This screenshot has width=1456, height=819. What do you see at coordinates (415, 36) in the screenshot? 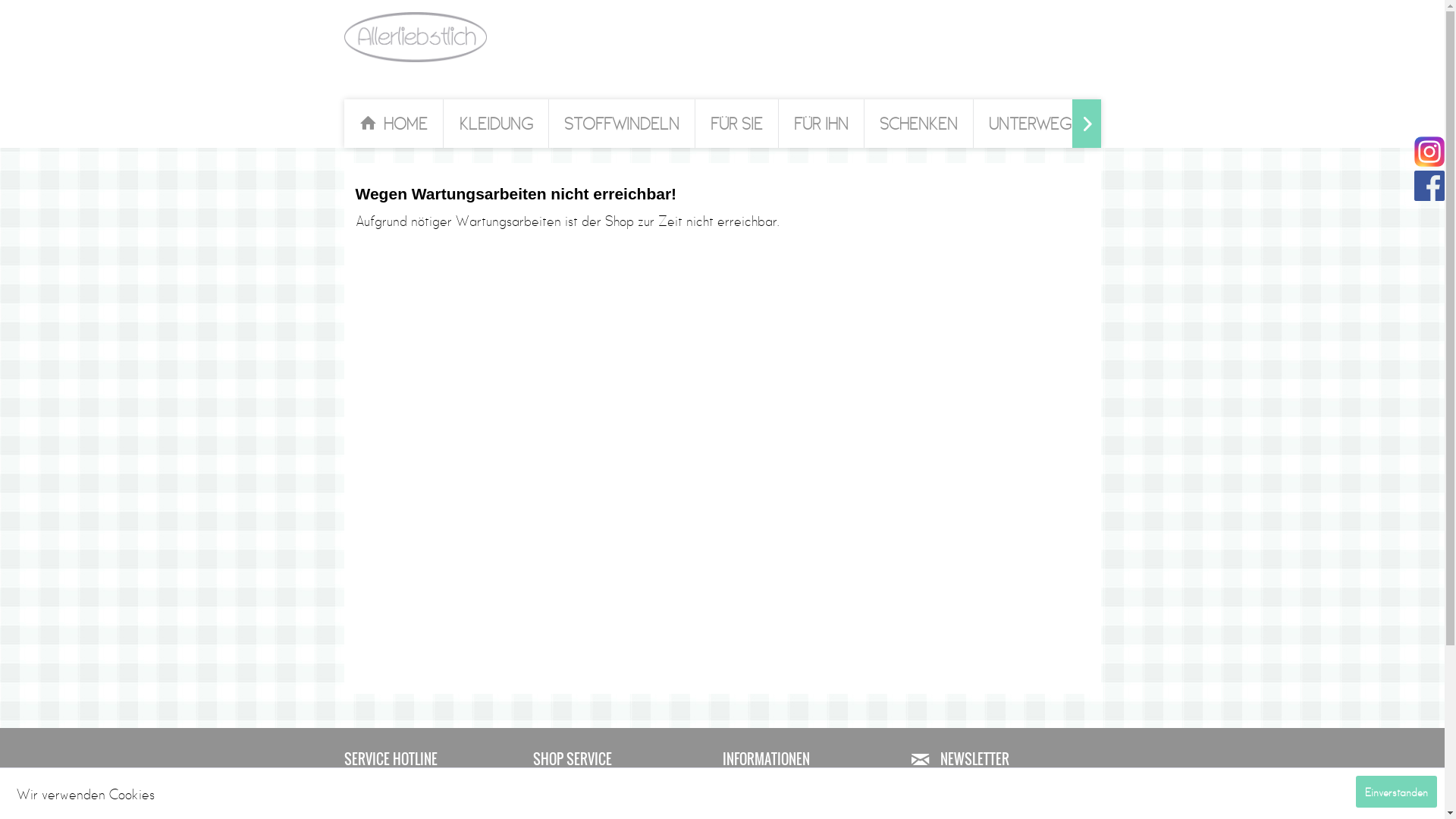
I see `'Allerliebstlich.ch - zur Startseite wechseln'` at bounding box center [415, 36].